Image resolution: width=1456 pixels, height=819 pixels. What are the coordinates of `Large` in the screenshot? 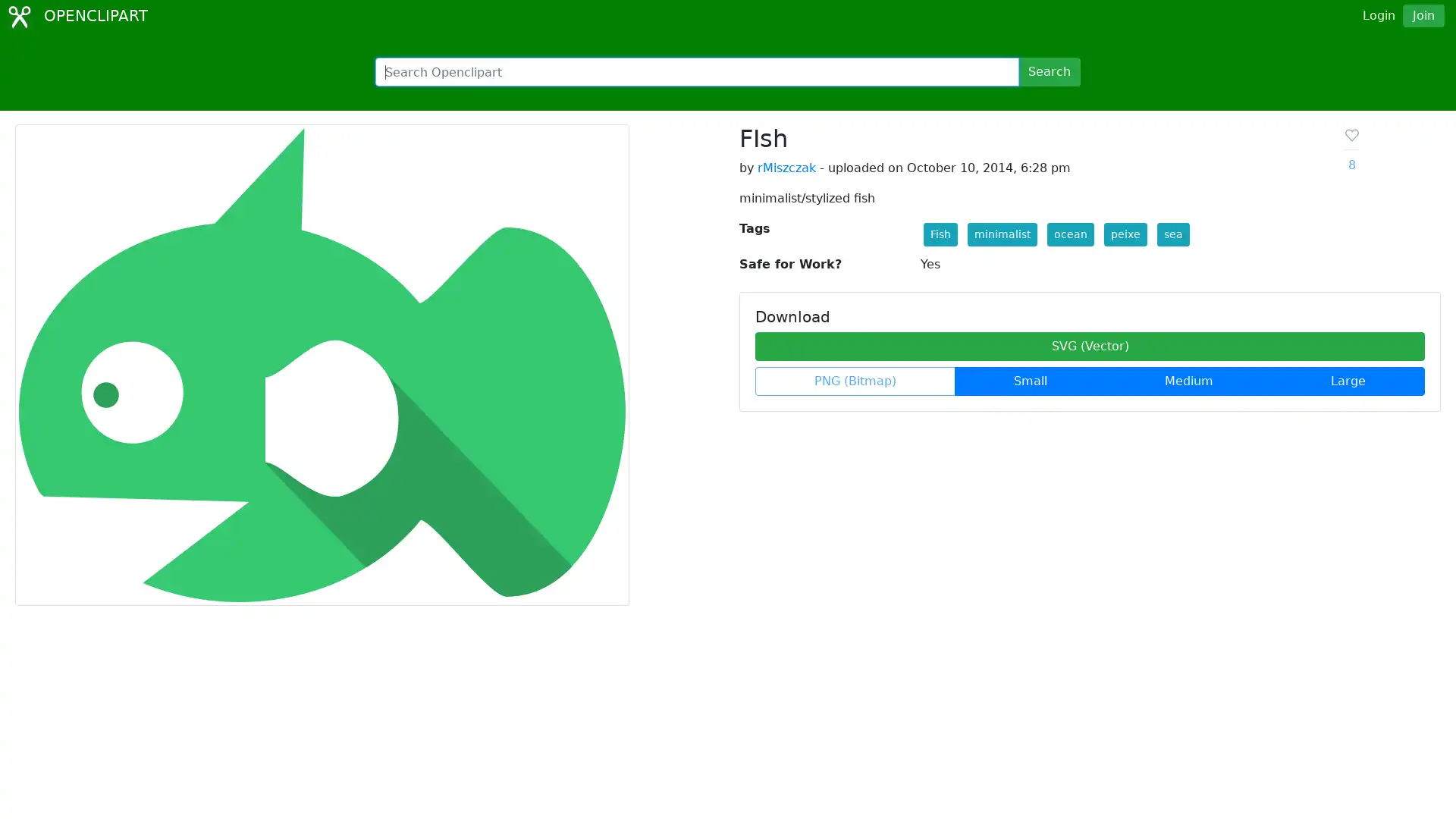 It's located at (1348, 380).